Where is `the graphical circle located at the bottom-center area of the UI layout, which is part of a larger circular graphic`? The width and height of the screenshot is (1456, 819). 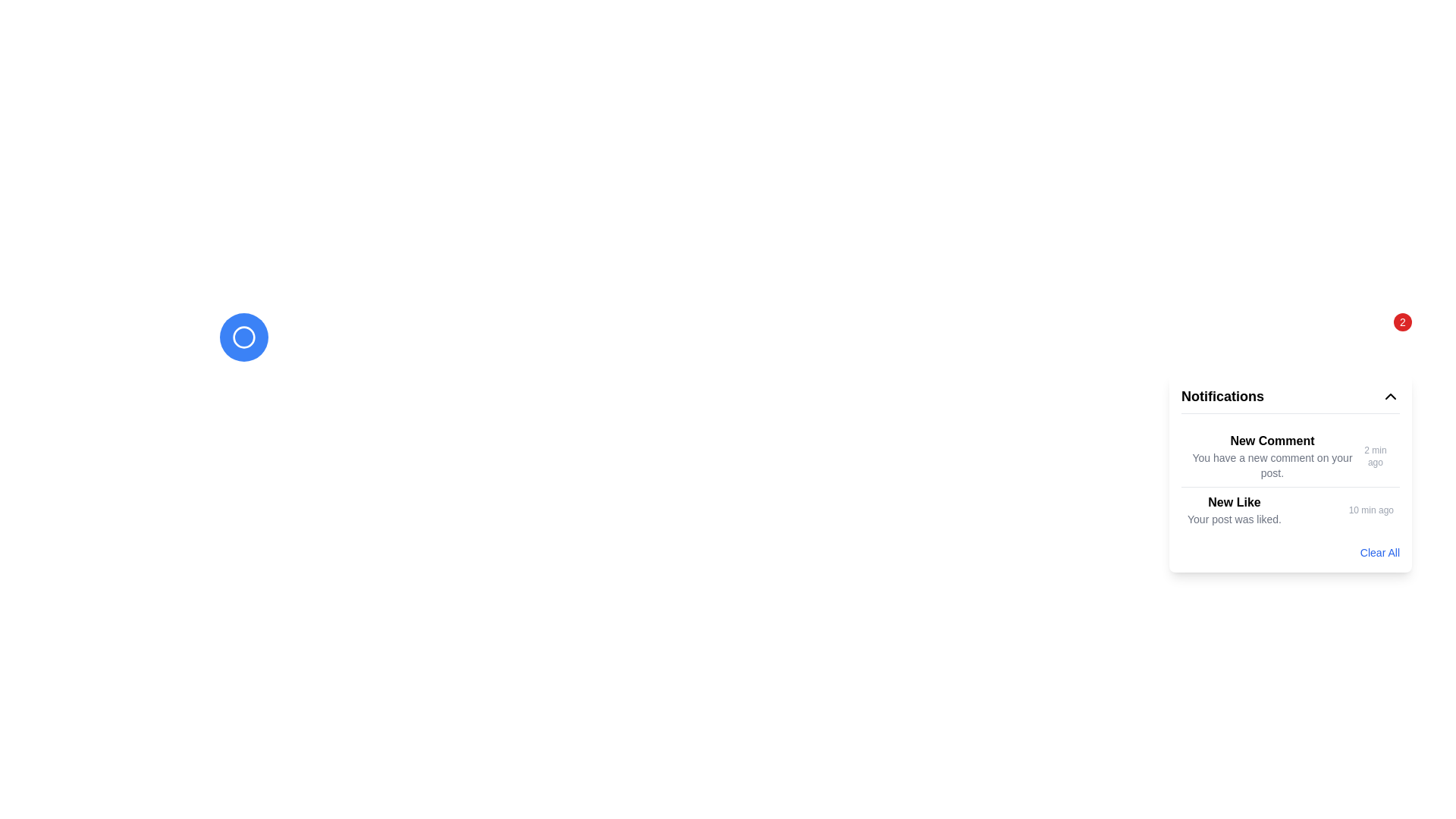 the graphical circle located at the bottom-center area of the UI layout, which is part of a larger circular graphic is located at coordinates (243, 336).